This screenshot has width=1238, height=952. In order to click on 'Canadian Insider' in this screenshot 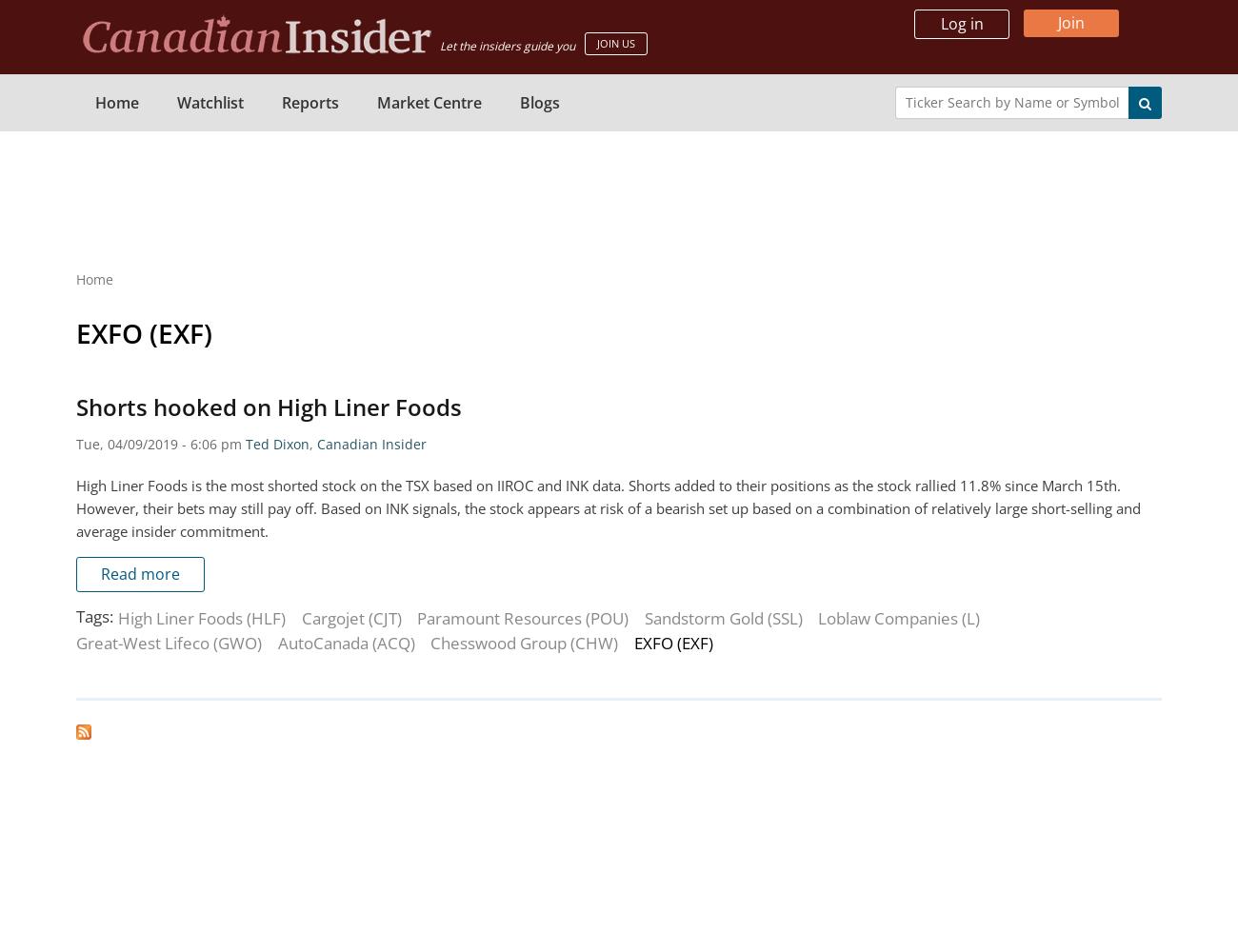, I will do `click(371, 443)`.